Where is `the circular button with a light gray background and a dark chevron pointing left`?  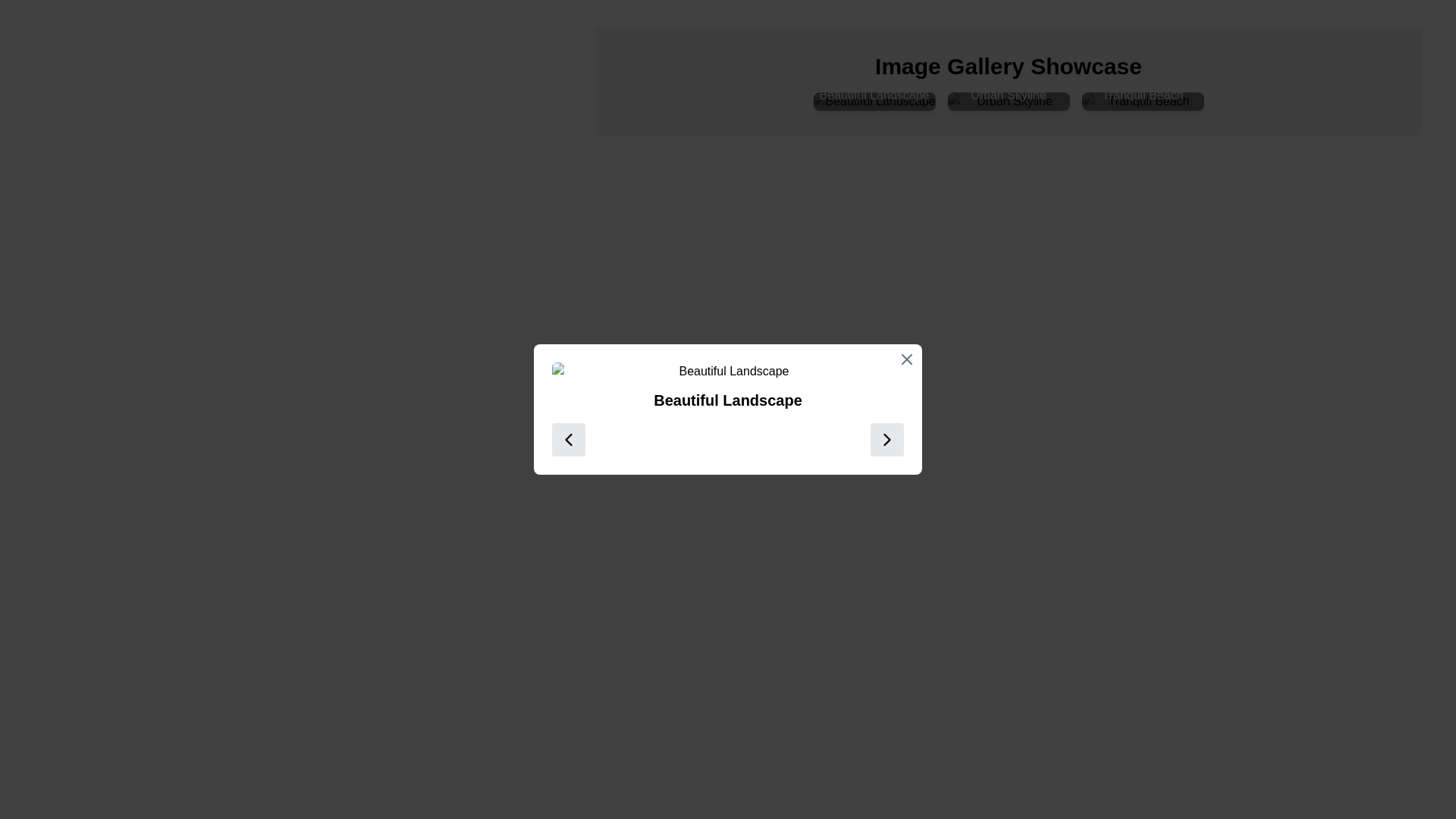
the circular button with a light gray background and a dark chevron pointing left is located at coordinates (567, 439).